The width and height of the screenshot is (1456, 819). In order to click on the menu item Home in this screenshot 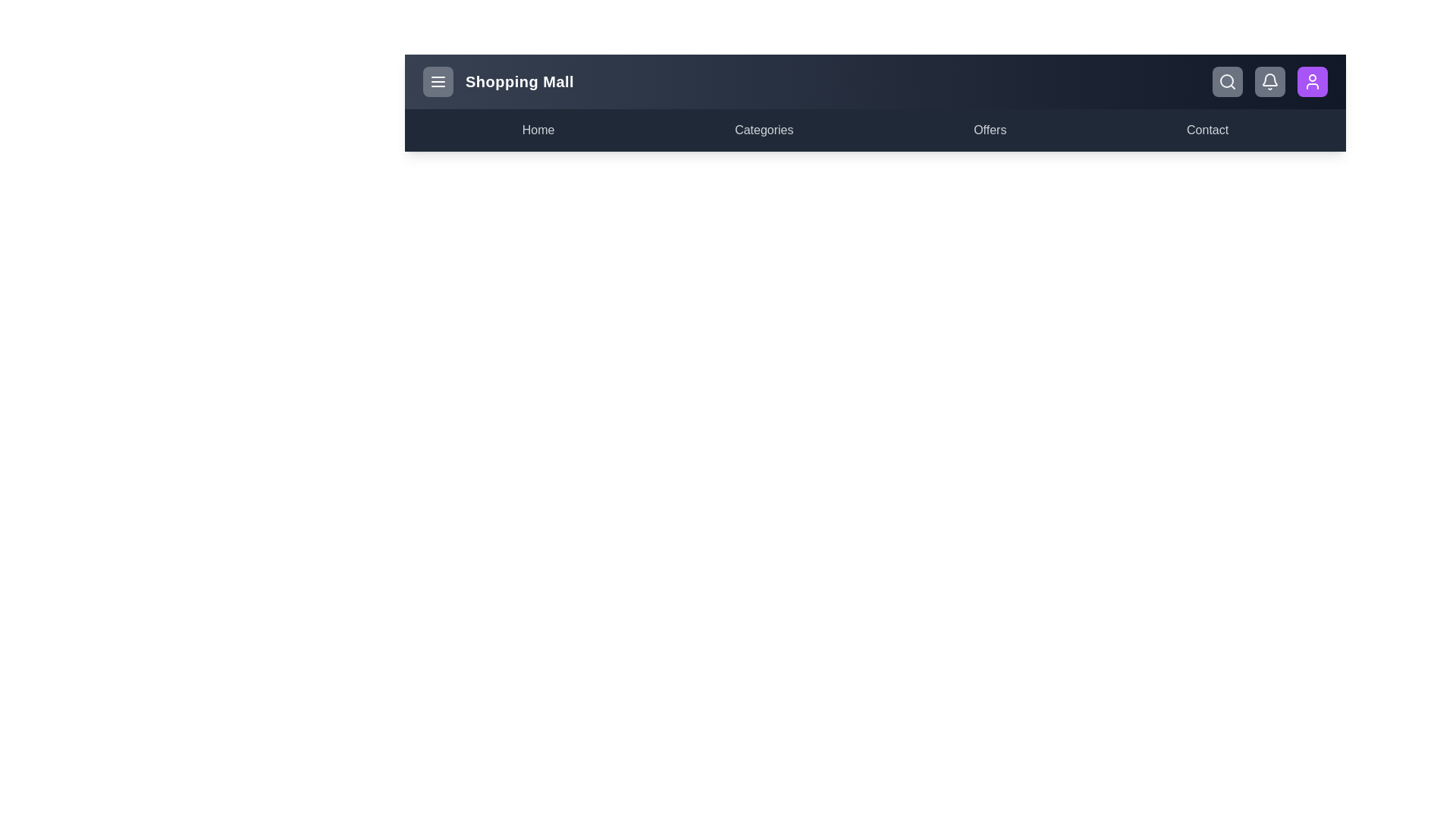, I will do `click(538, 130)`.